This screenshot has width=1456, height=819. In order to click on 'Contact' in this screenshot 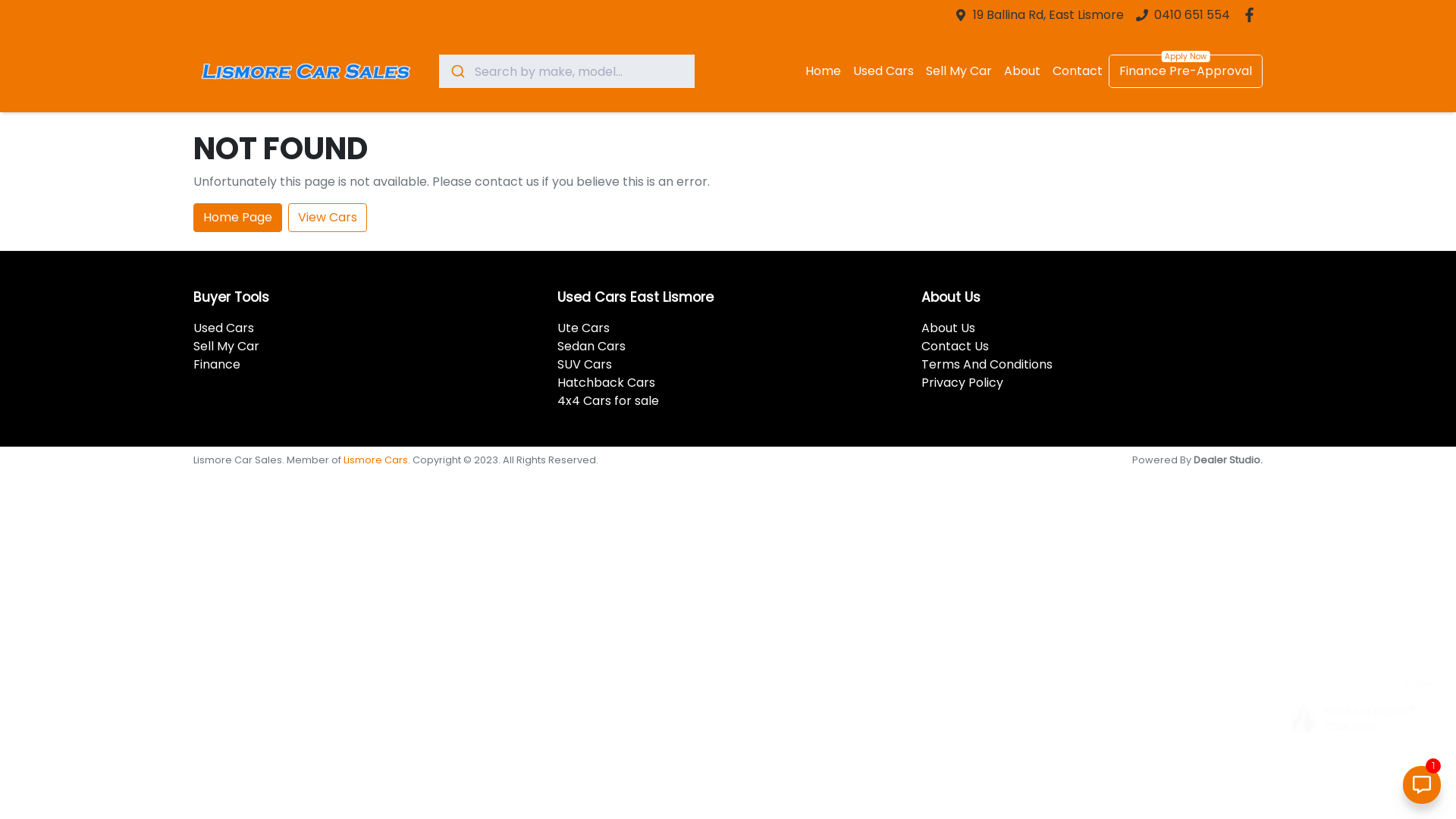, I will do `click(1046, 71)`.